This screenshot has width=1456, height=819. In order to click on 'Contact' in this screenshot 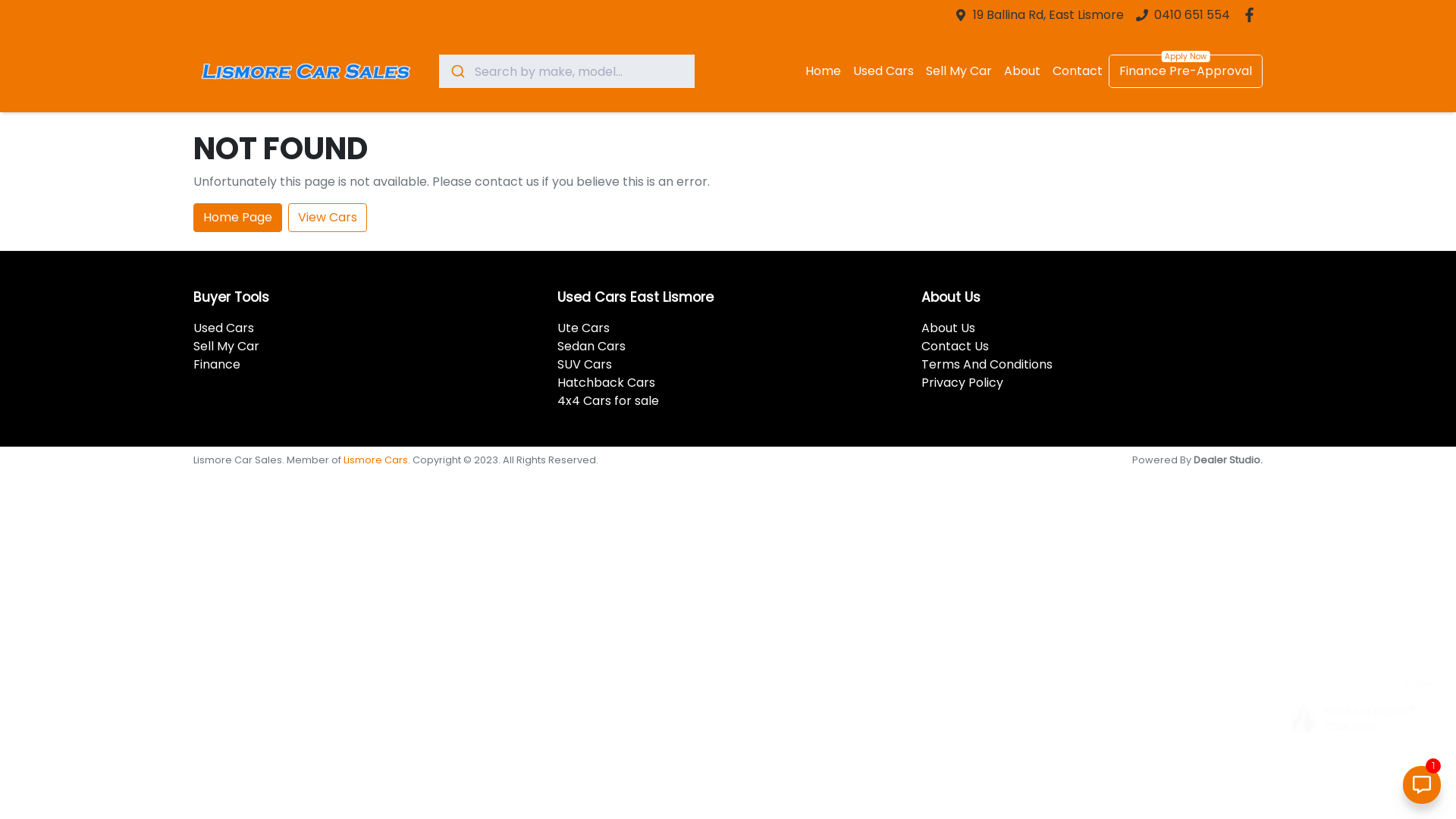, I will do `click(1046, 71)`.